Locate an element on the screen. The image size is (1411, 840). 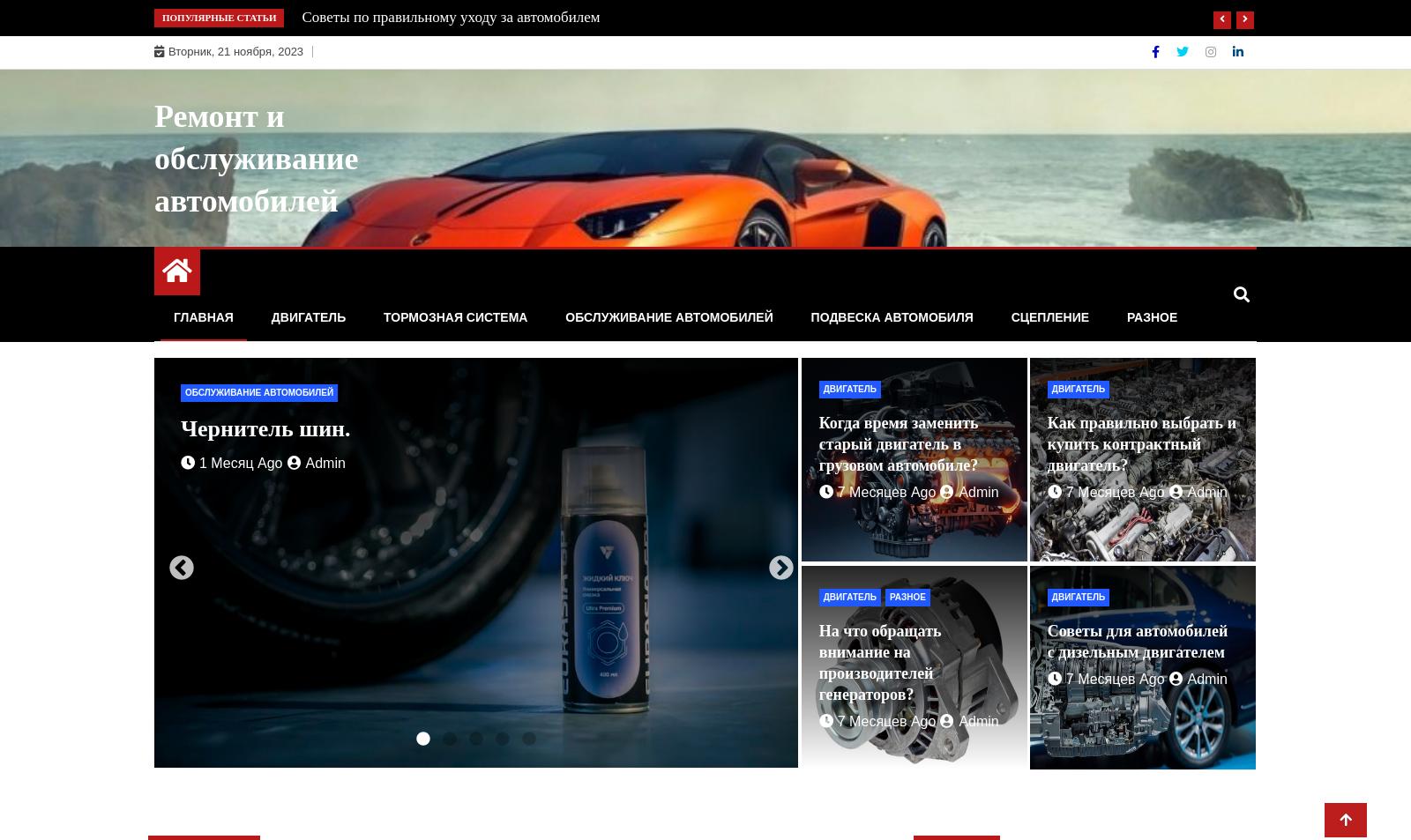
'На что обращать внимание на производителей генераторов?' is located at coordinates (878, 661).